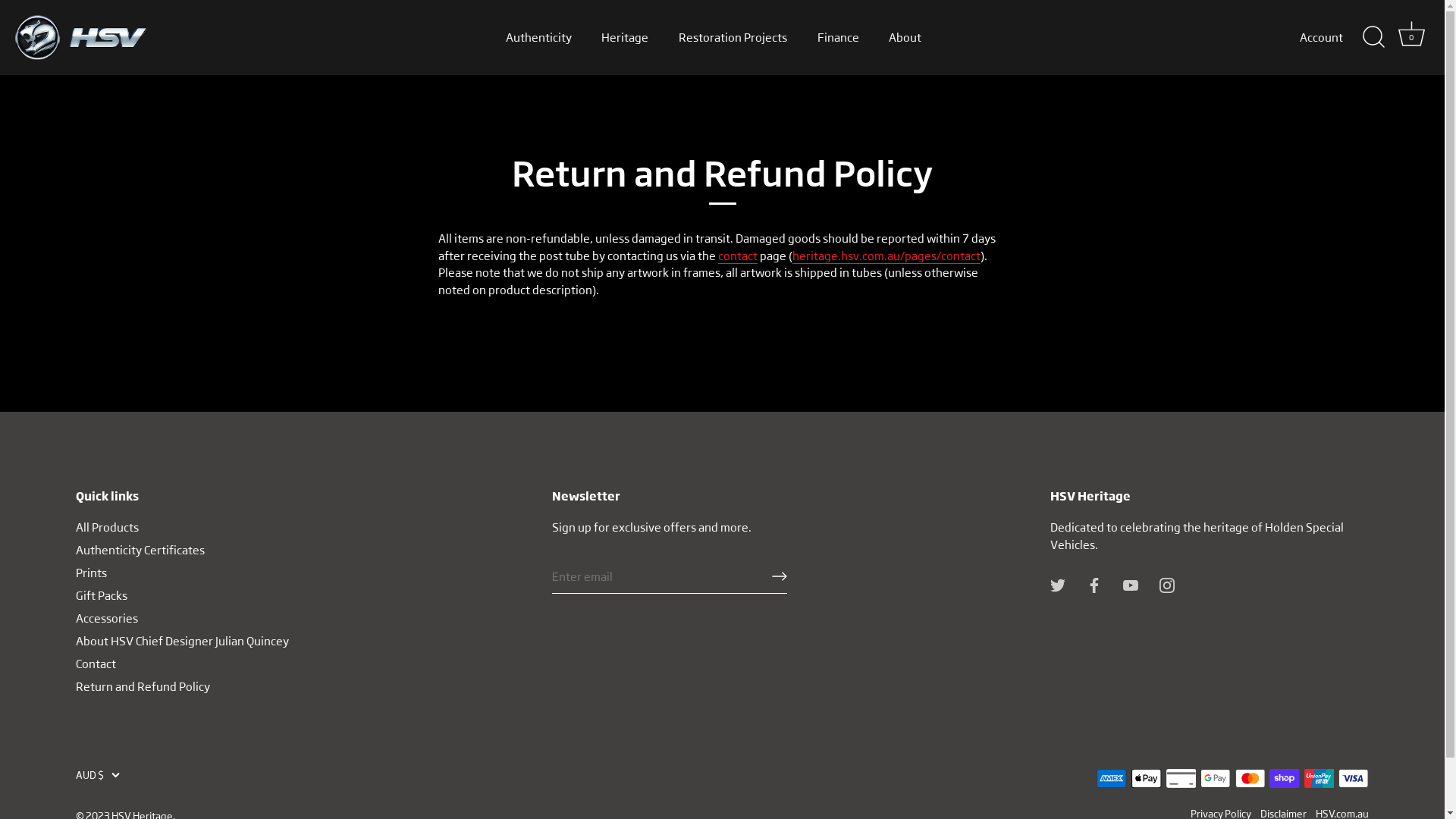  What do you see at coordinates (1159, 582) in the screenshot?
I see `'Instagram'` at bounding box center [1159, 582].